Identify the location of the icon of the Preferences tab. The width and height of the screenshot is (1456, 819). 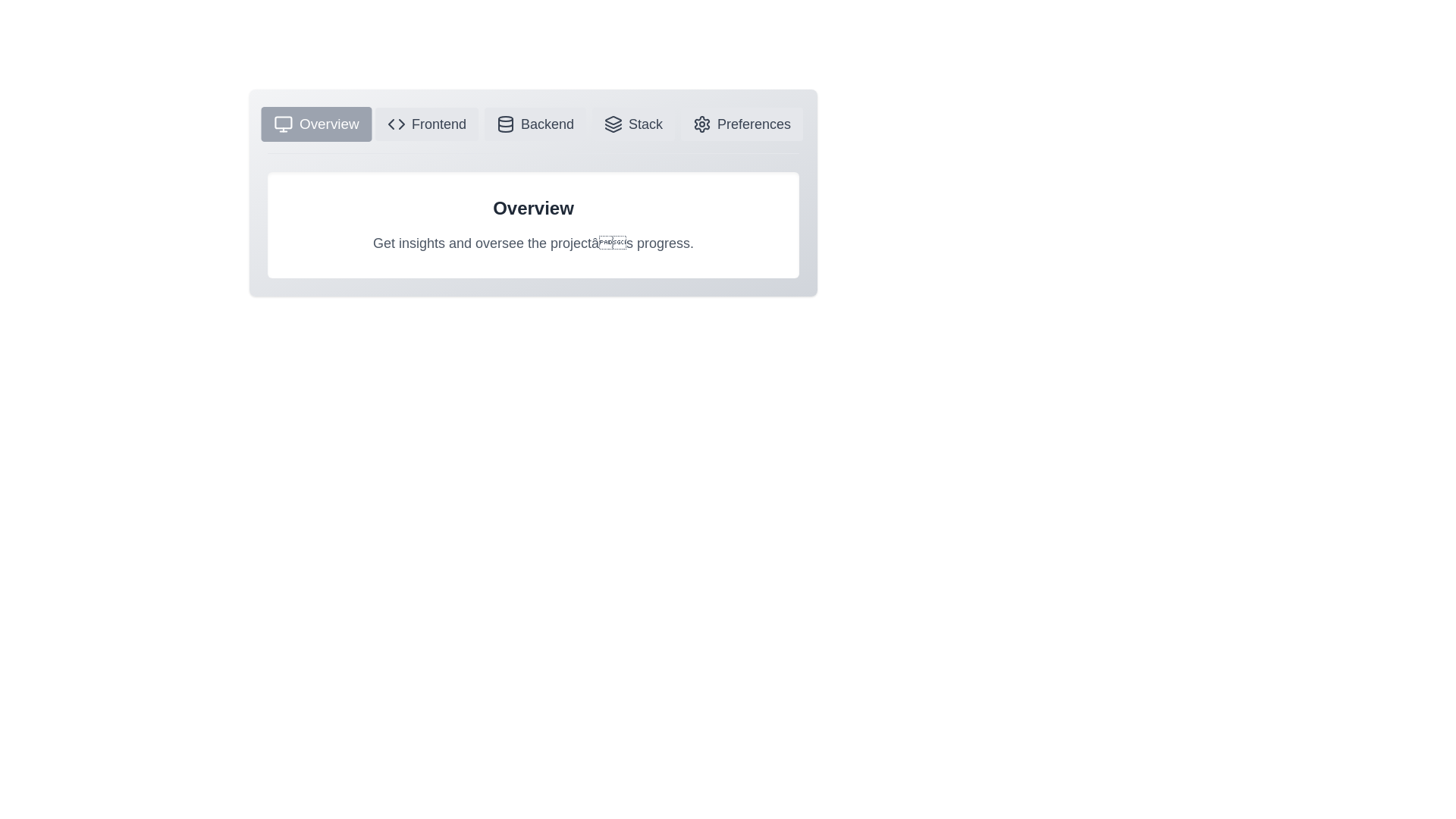
(742, 124).